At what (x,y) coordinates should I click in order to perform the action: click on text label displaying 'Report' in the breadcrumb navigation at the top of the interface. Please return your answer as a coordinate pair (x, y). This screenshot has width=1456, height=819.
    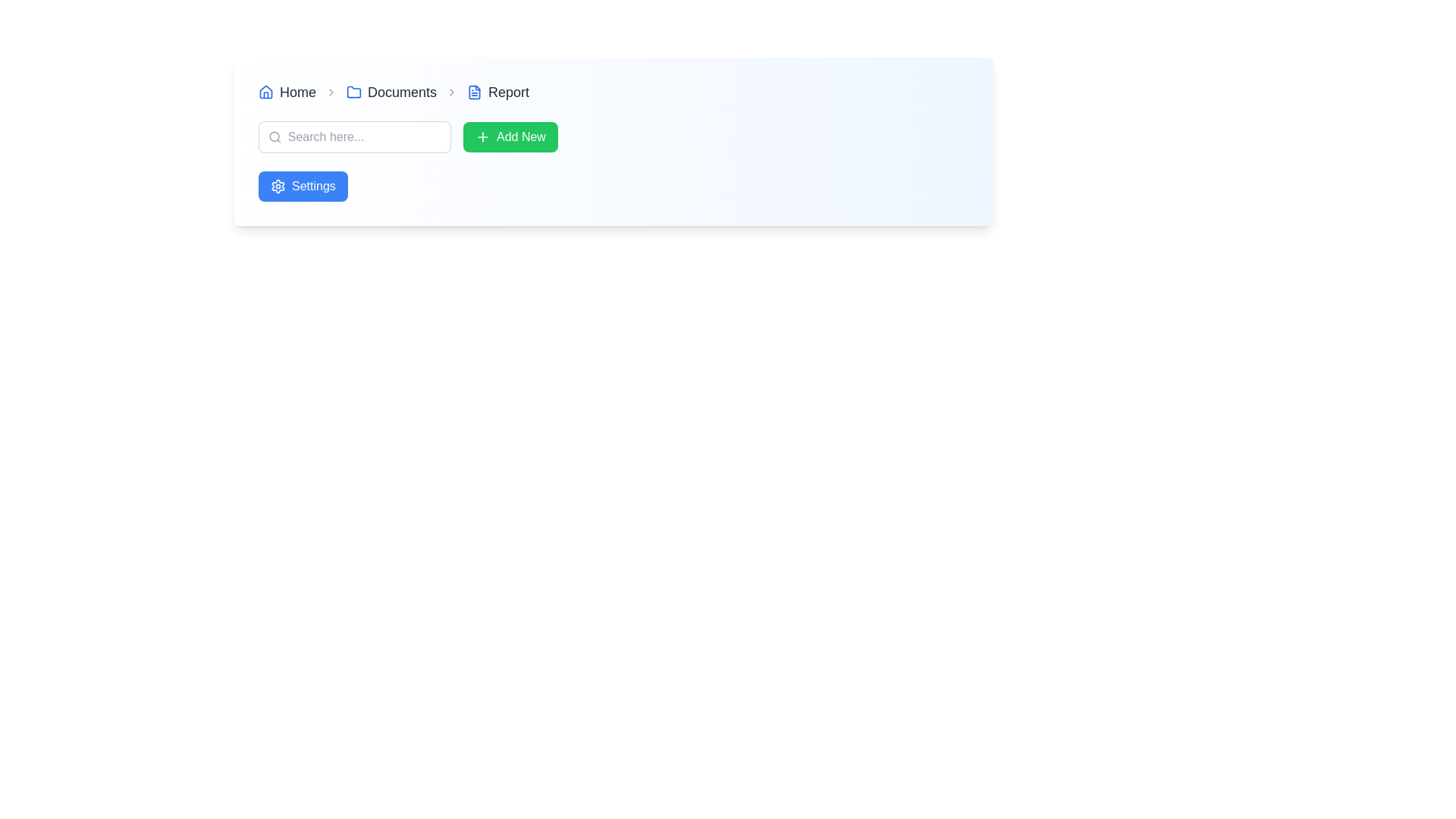
    Looking at the image, I should click on (509, 93).